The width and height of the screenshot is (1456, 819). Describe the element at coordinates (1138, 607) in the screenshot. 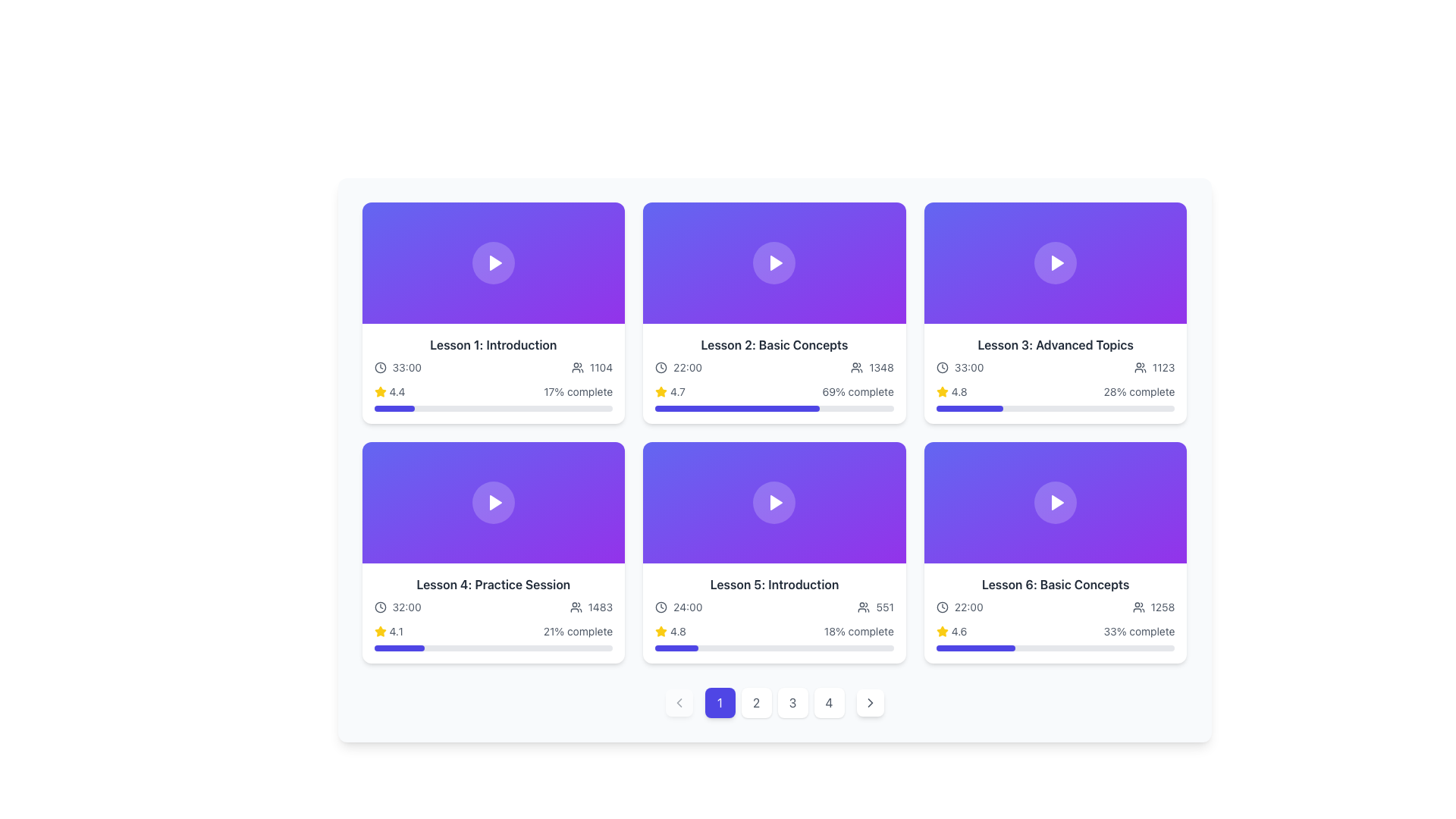

I see `the user/participant icon located in the sixth card of the rightmost column in the second row of the grid layout, positioned to the left of the text '1258'` at that location.